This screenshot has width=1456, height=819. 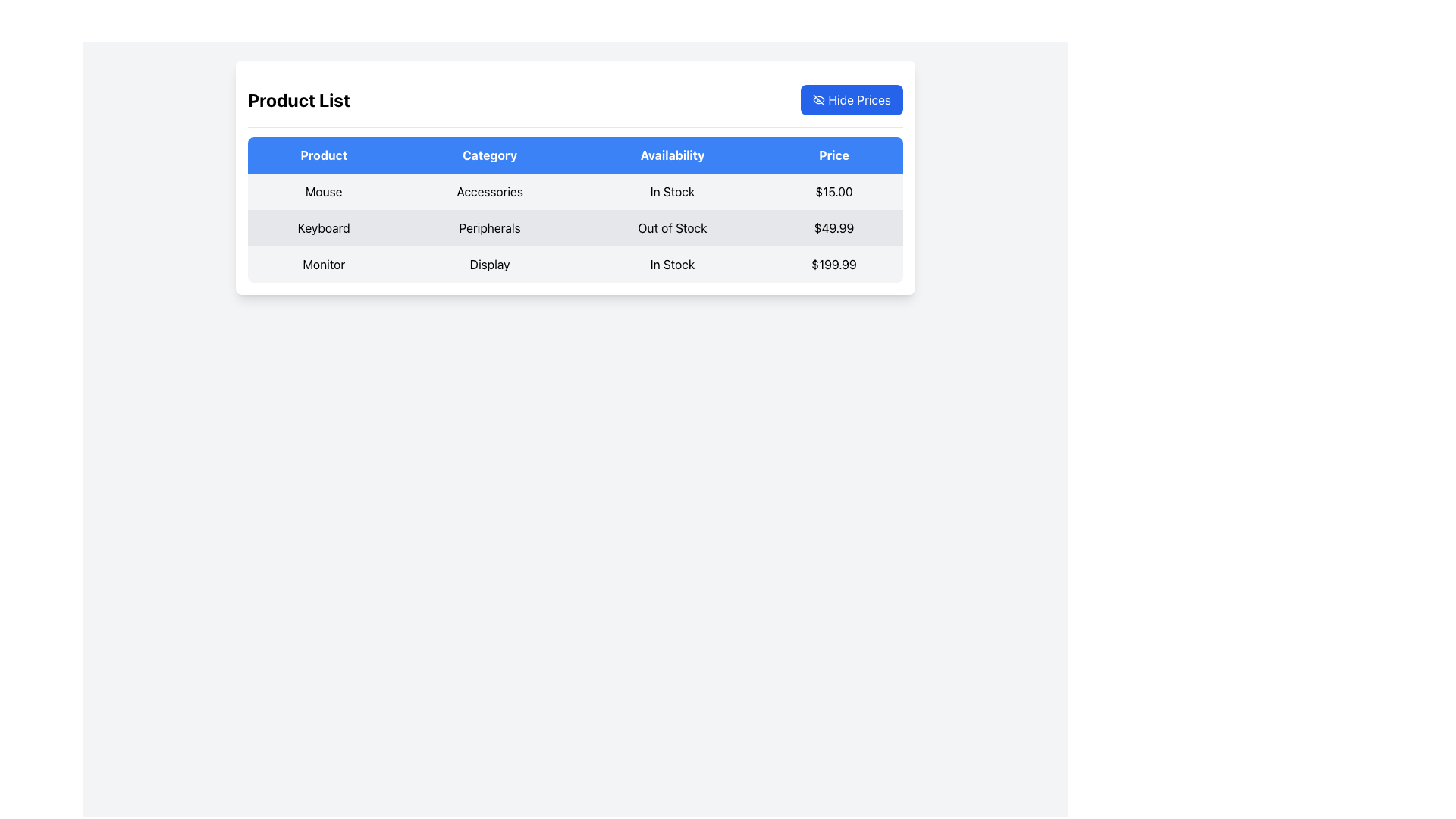 I want to click on the Header text in the Product List table column that indicates the availability status of items, which is the third header between 'Category' and 'Price', so click(x=672, y=155).